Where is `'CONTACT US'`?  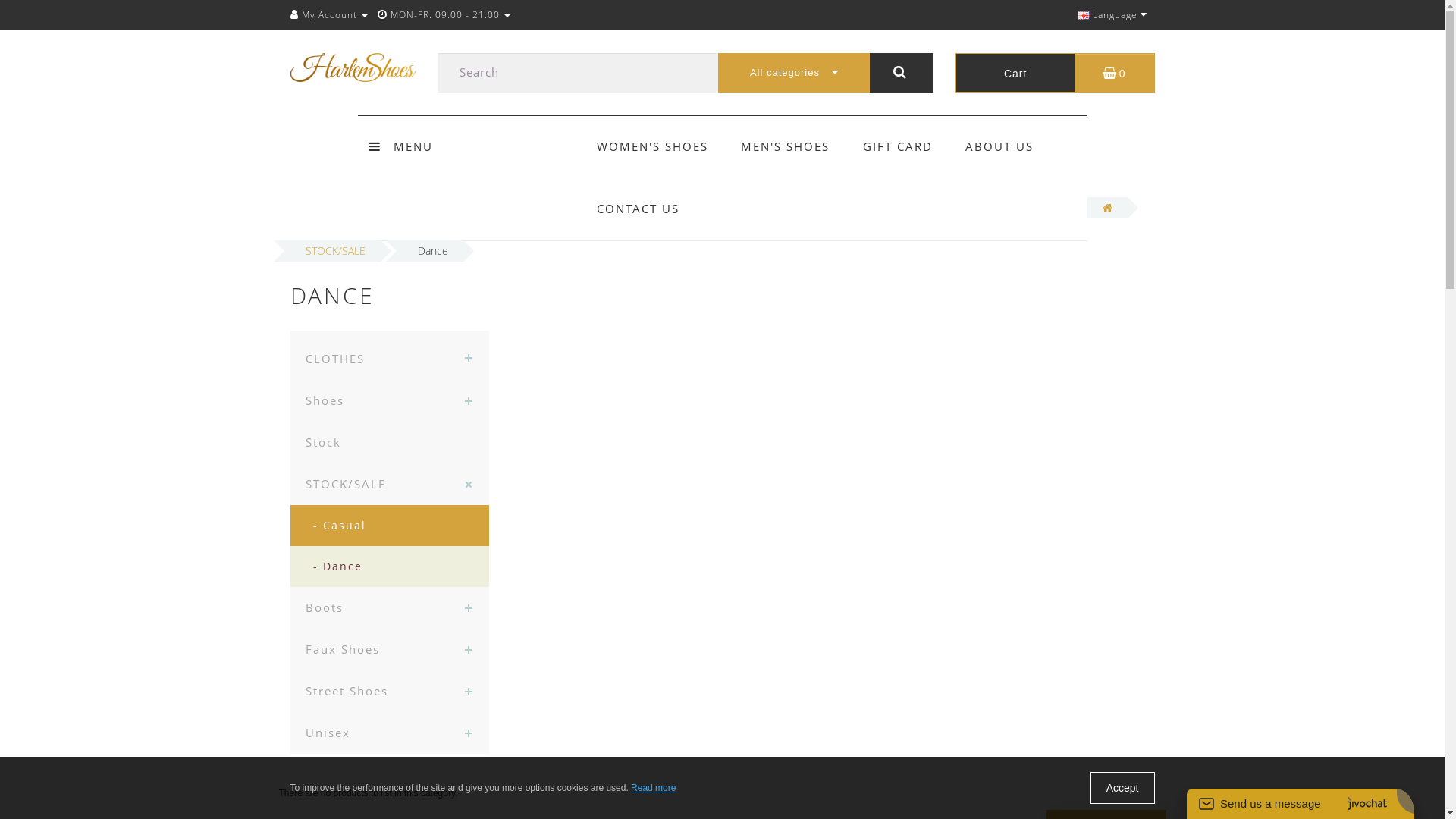 'CONTACT US' is located at coordinates (638, 208).